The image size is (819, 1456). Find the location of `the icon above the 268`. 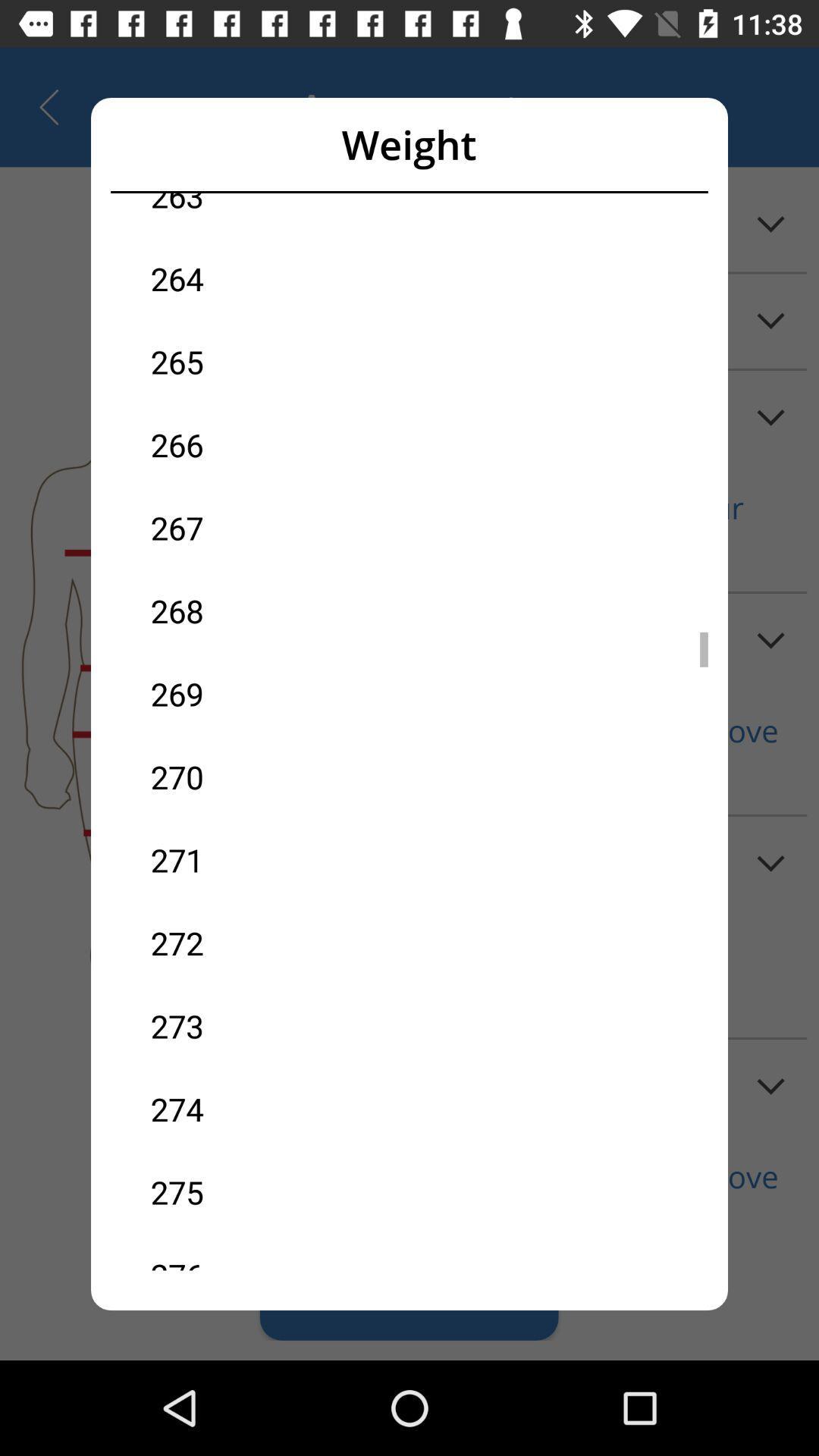

the icon above the 268 is located at coordinates (280, 528).